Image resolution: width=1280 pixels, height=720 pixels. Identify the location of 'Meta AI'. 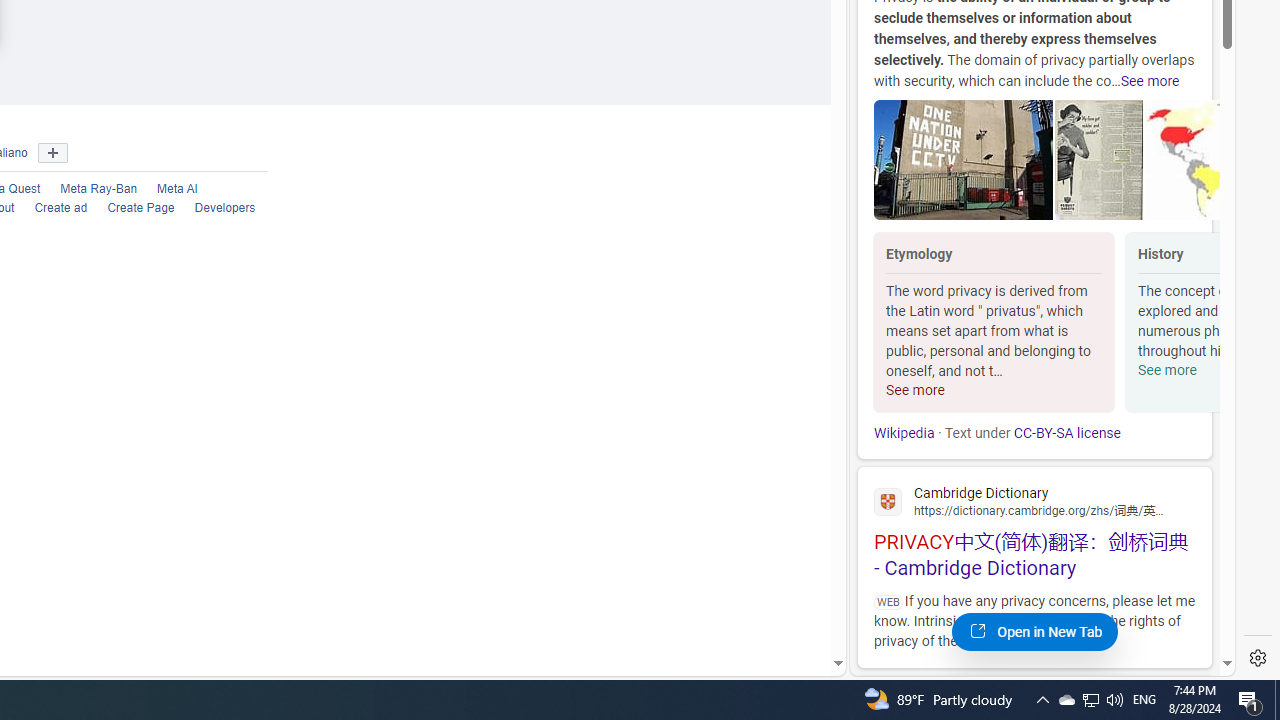
(177, 189).